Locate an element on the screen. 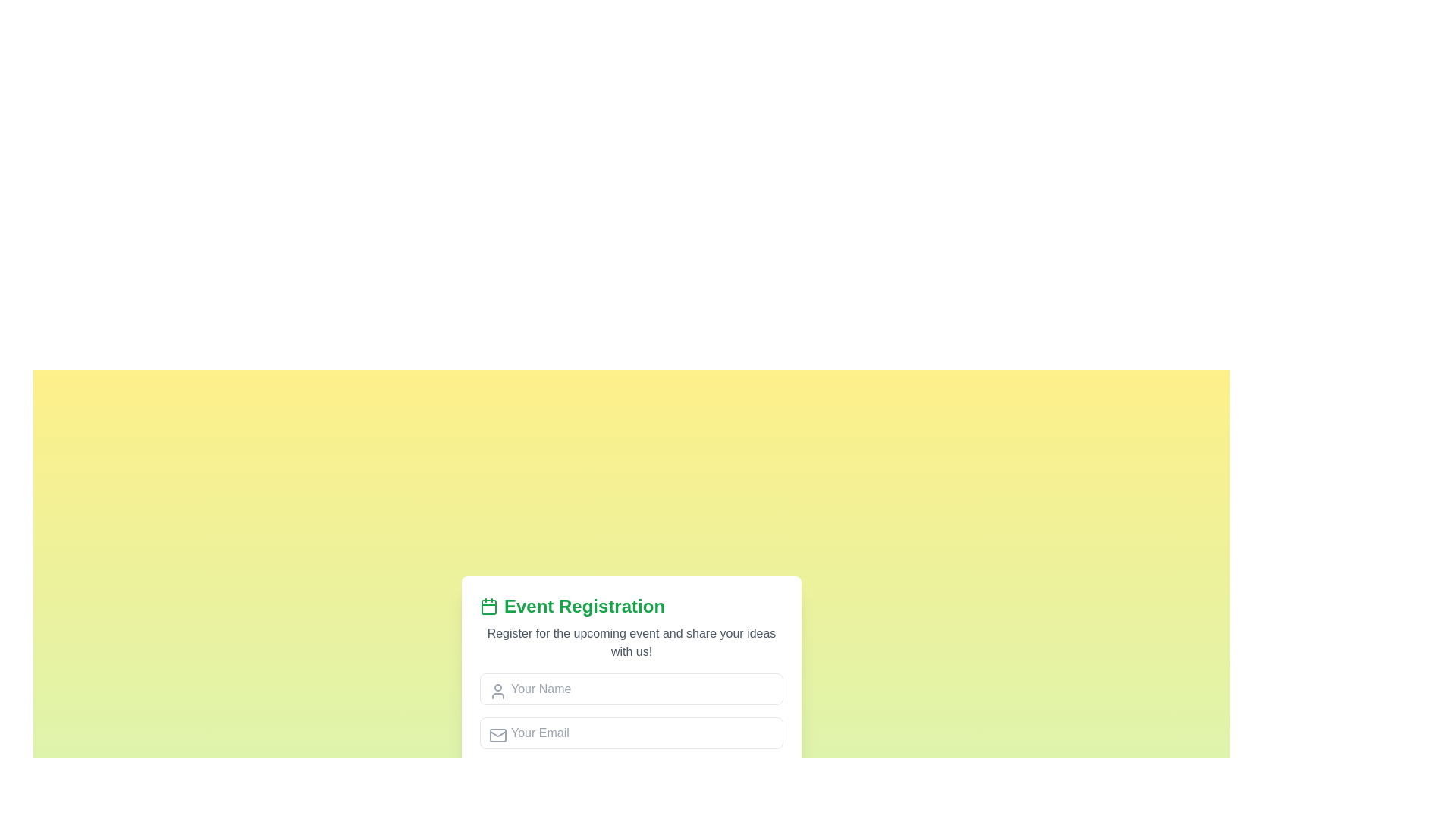 The height and width of the screenshot is (819, 1456). the calendar icon, which is an SVG-based icon with a green color positioned to the left of the 'Event Registration' text is located at coordinates (488, 605).